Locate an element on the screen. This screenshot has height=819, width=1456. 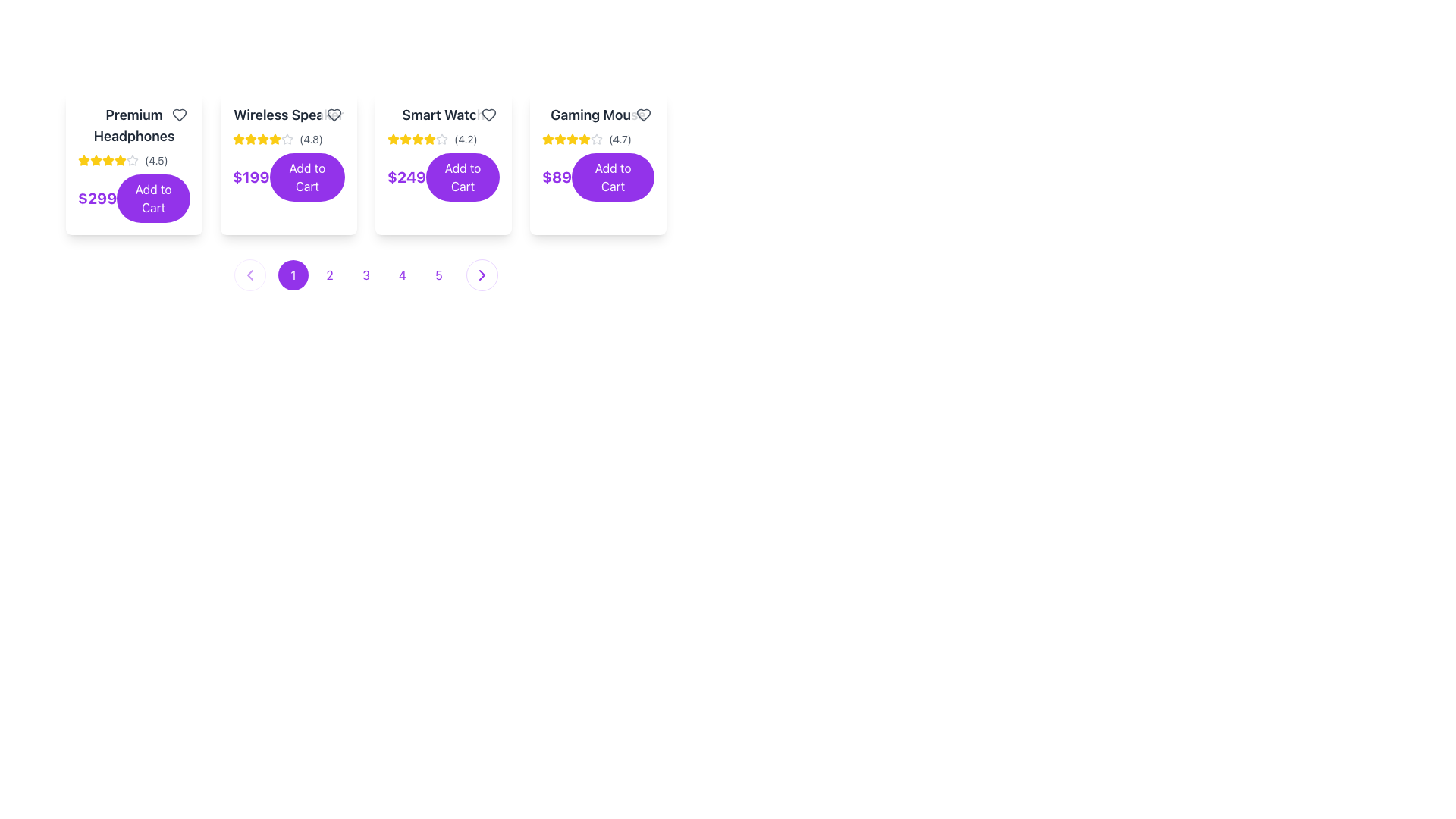
the static text label reading 'Gaming Mouse', which is styled in bold and large dark gray font, located at the top center of a product card is located at coordinates (597, 114).